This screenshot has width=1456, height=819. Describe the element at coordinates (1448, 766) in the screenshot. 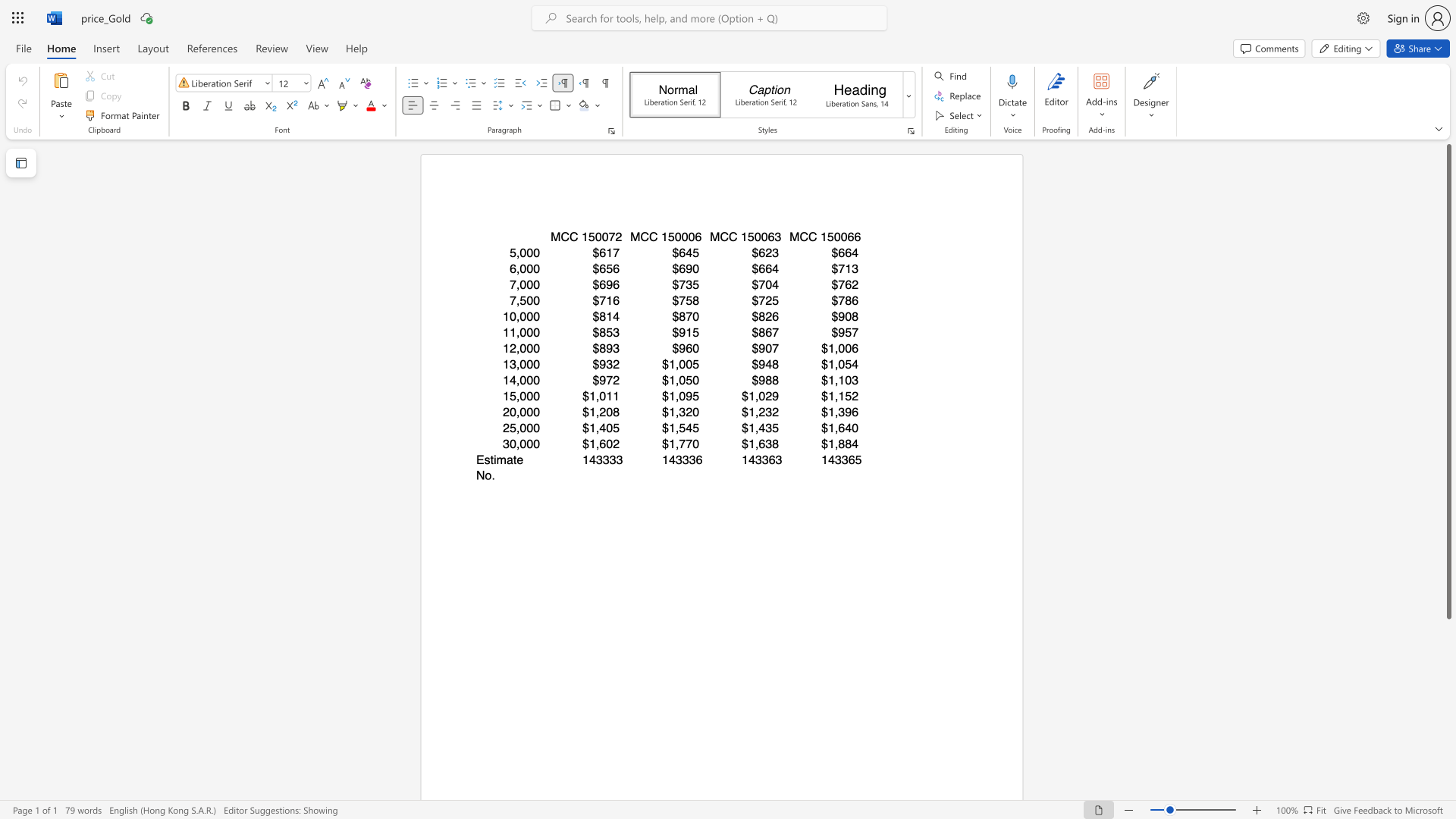

I see `the vertical scrollbar to lower the page content` at that location.